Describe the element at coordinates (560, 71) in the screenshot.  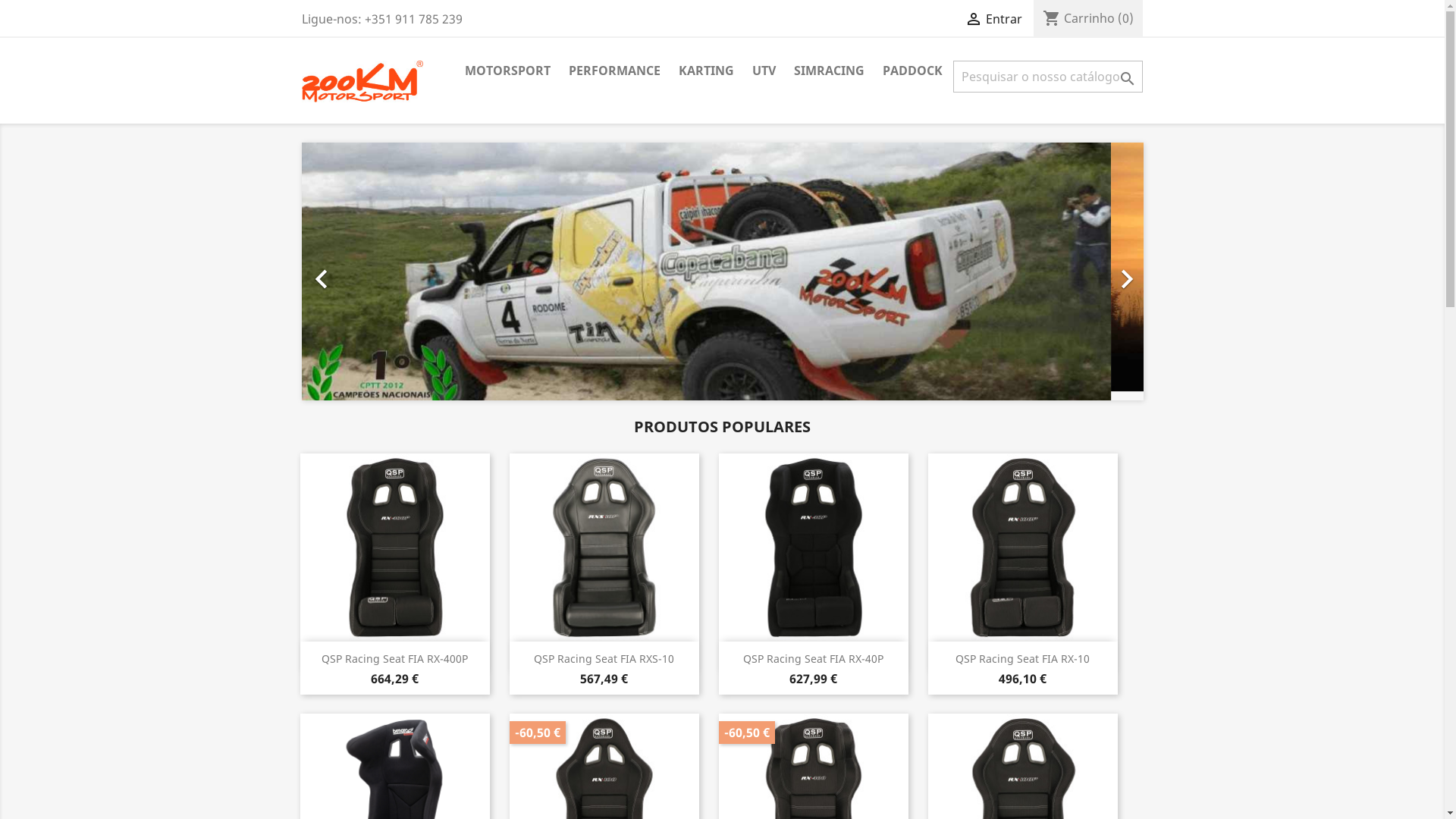
I see `'PERFORMANCE'` at that location.